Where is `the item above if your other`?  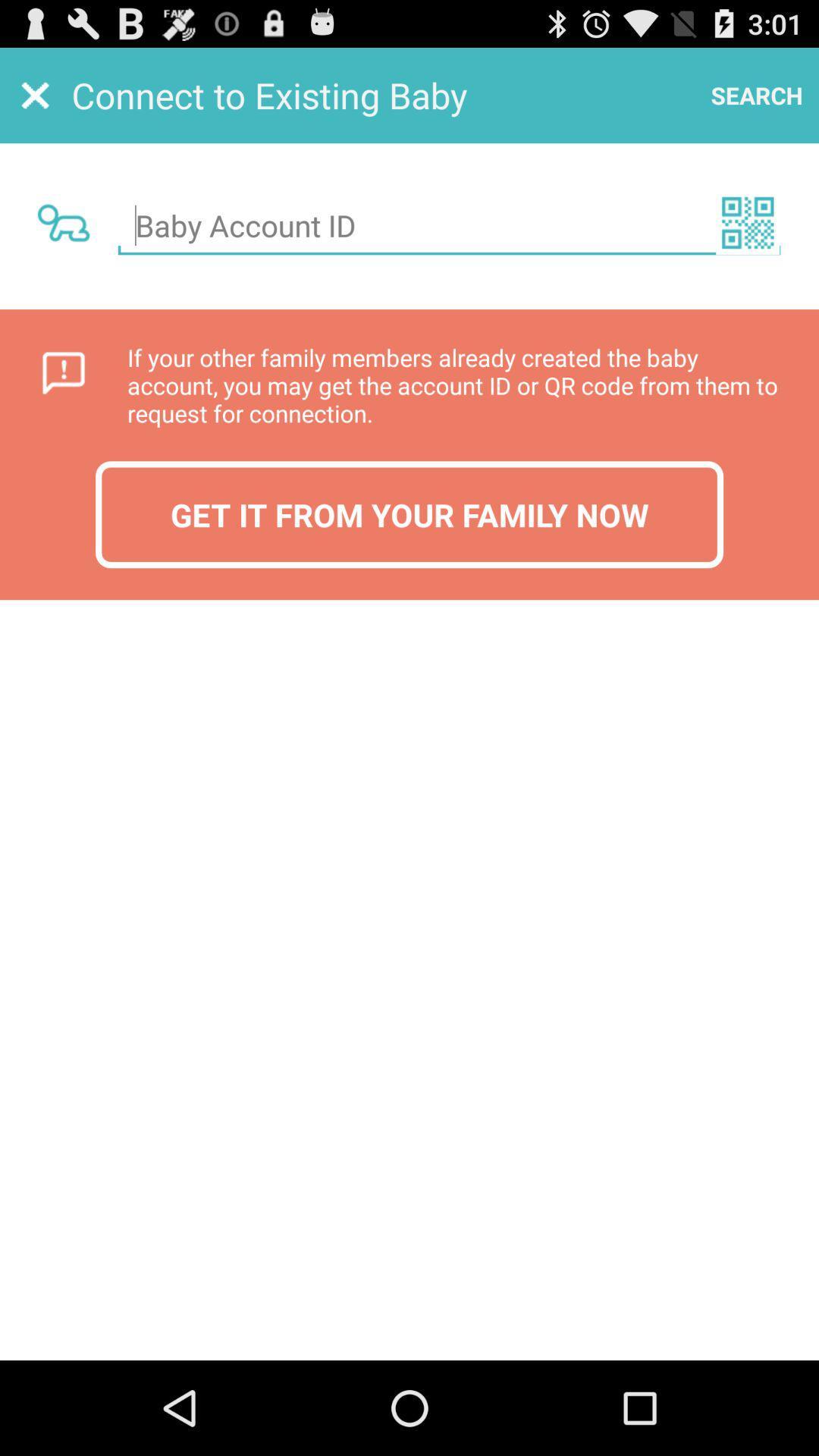
the item above if your other is located at coordinates (747, 221).